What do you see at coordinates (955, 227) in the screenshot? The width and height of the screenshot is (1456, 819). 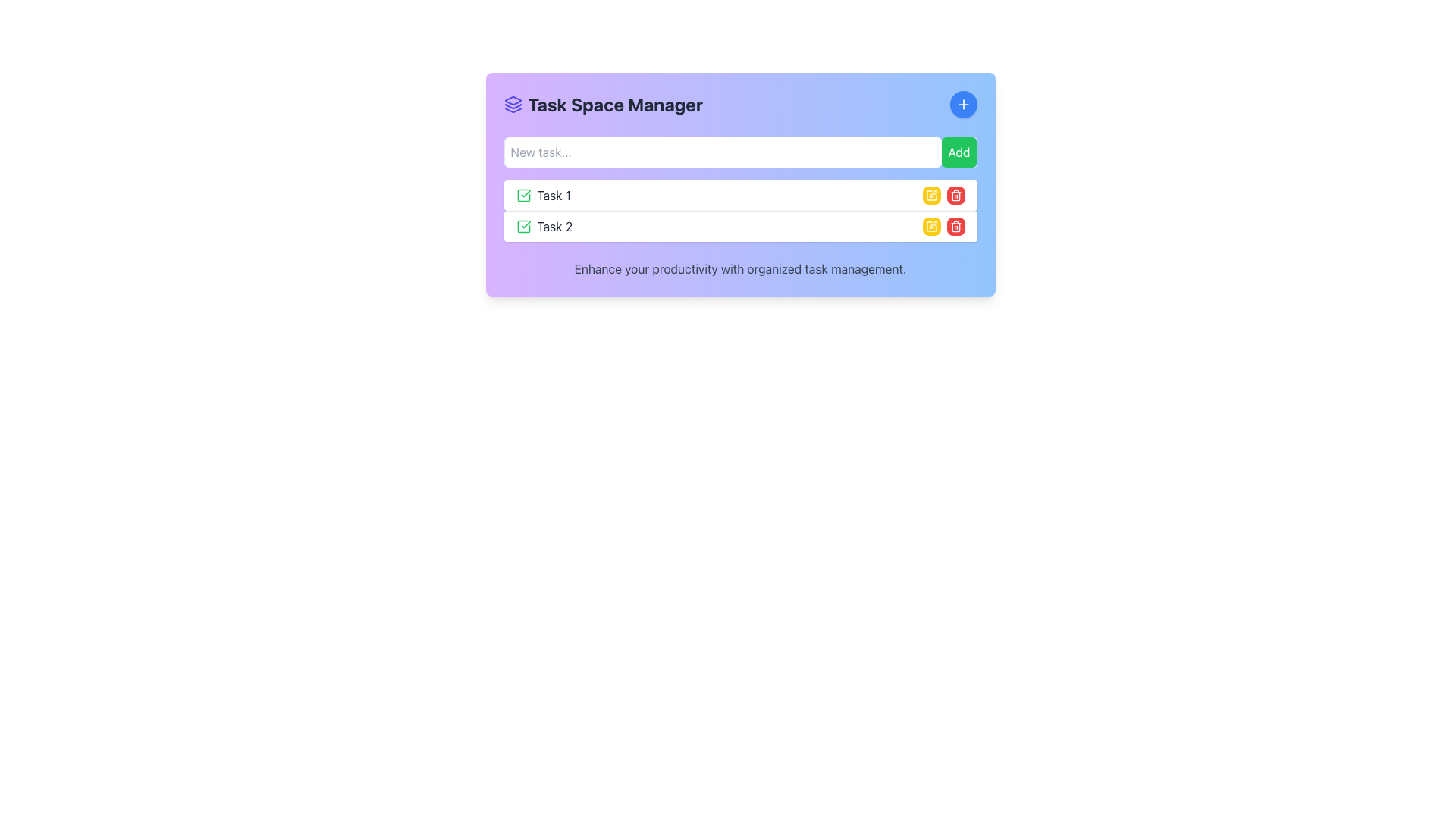 I see `the delete button located in the last cell of the second row of tasks in the task manager interface` at bounding box center [955, 227].